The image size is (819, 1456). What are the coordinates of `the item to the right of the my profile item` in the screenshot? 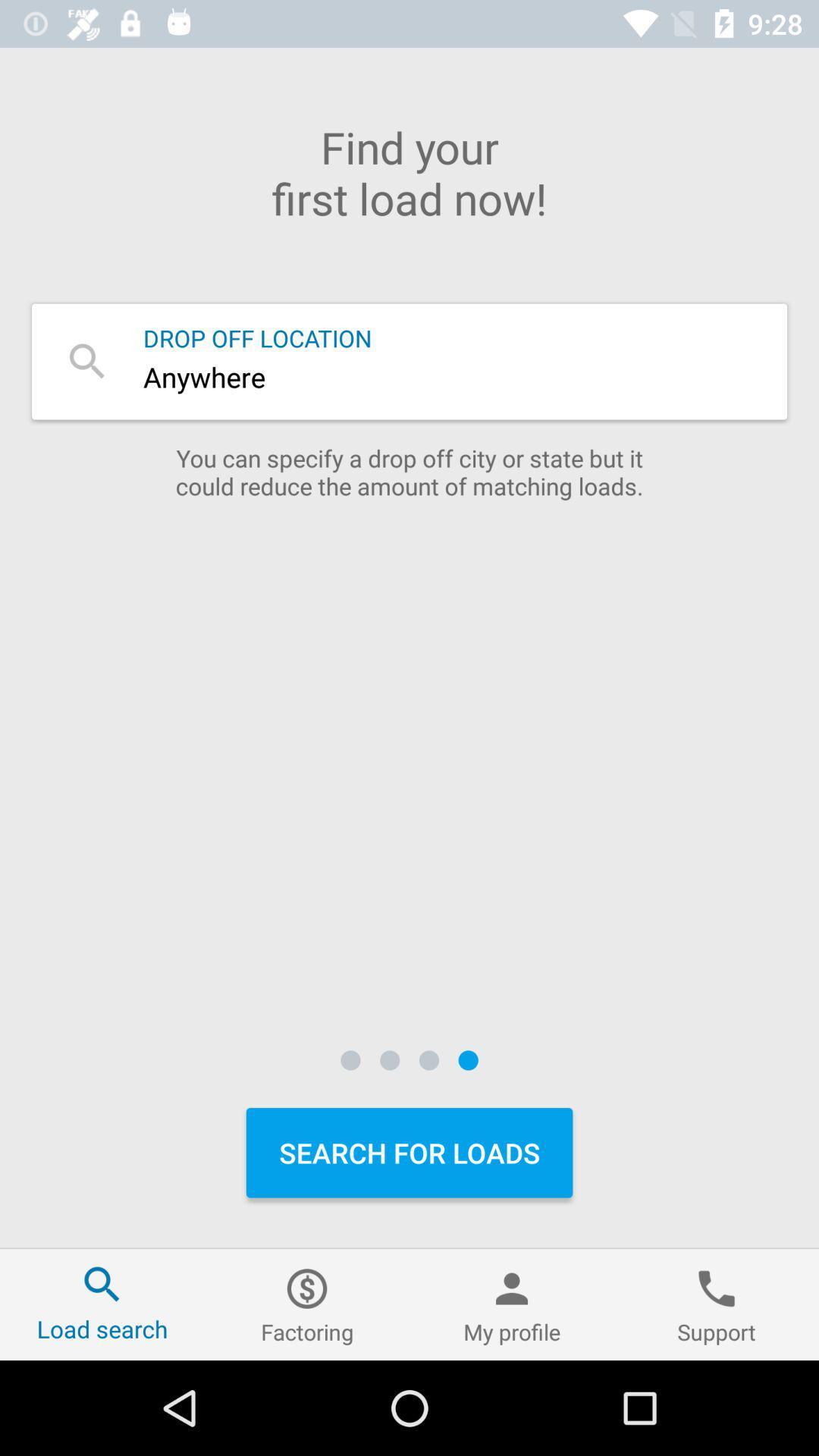 It's located at (717, 1304).